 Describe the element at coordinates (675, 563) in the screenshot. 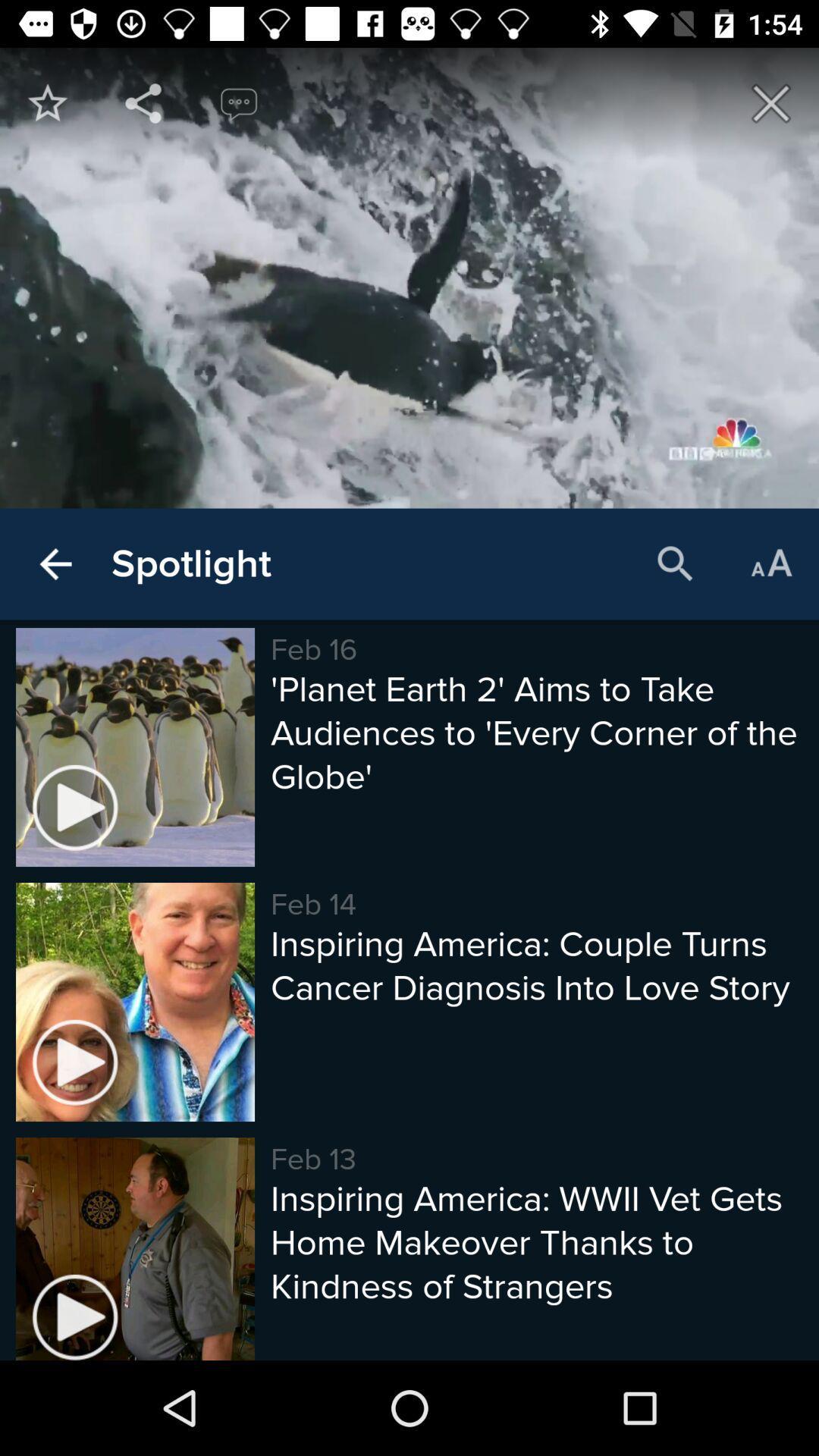

I see `item to the right of spotlight` at that location.